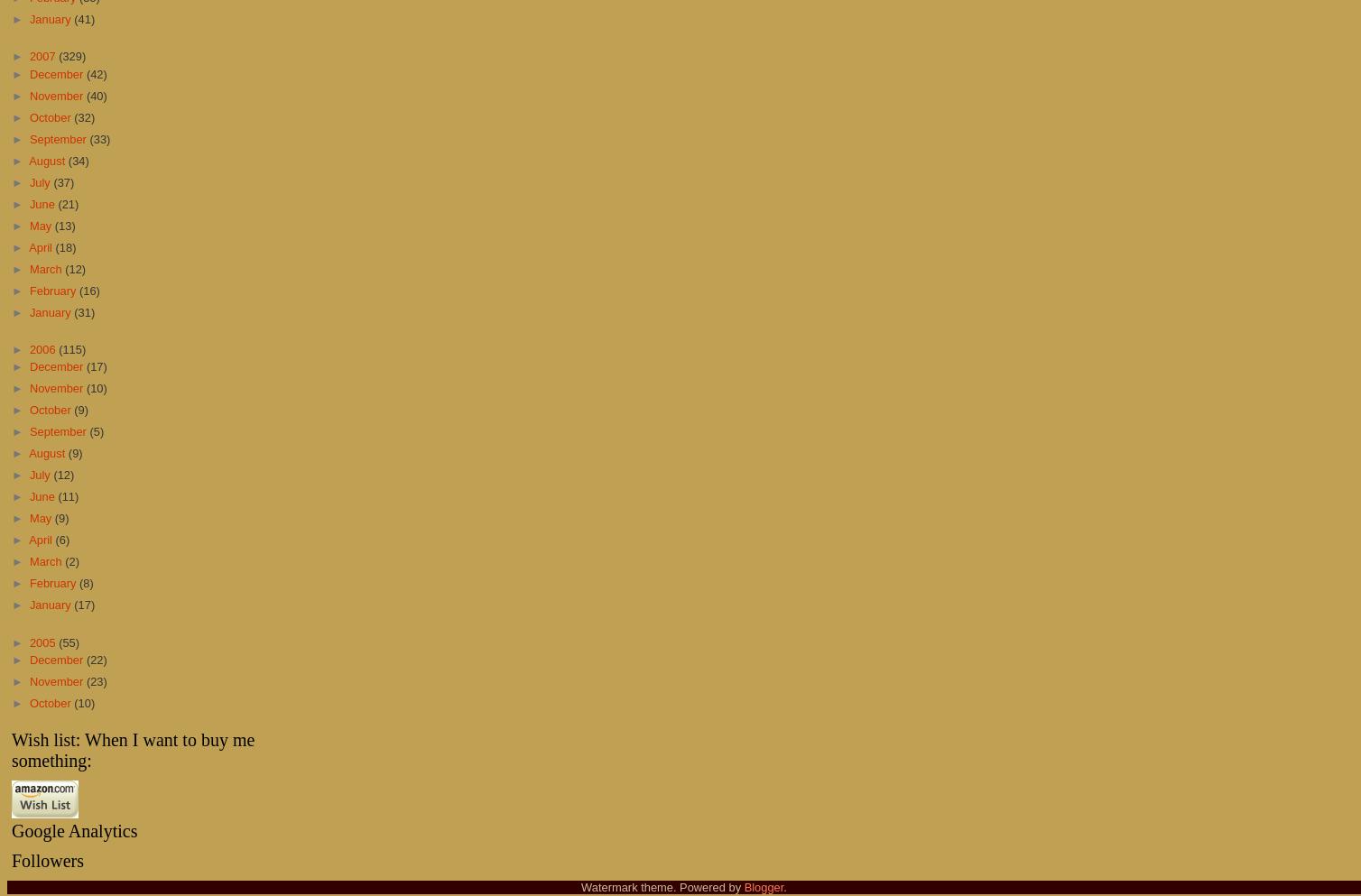 The image size is (1361, 896). I want to click on '(13)', so click(54, 224).